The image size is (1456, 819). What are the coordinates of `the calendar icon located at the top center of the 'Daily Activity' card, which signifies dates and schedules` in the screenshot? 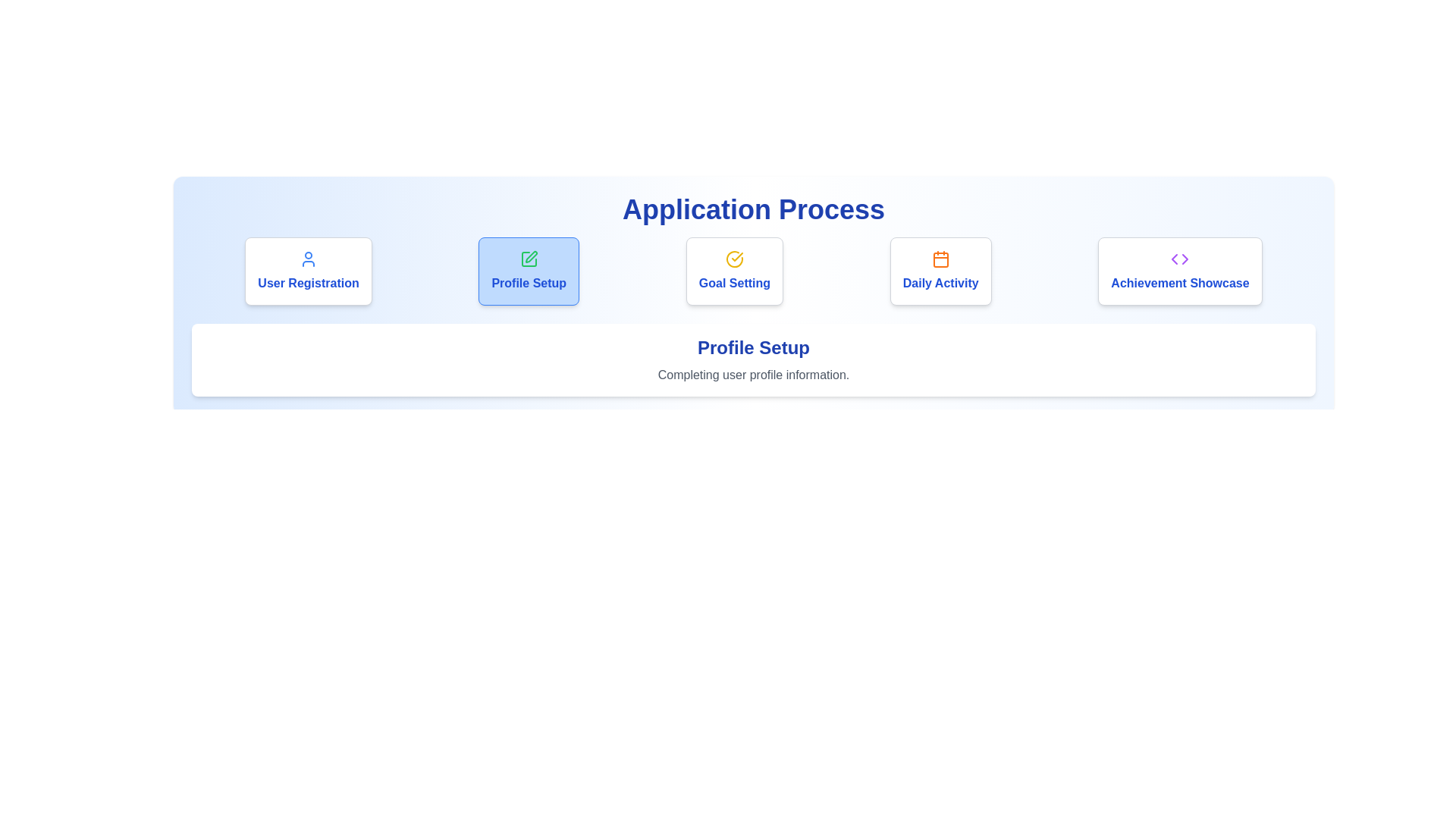 It's located at (940, 259).